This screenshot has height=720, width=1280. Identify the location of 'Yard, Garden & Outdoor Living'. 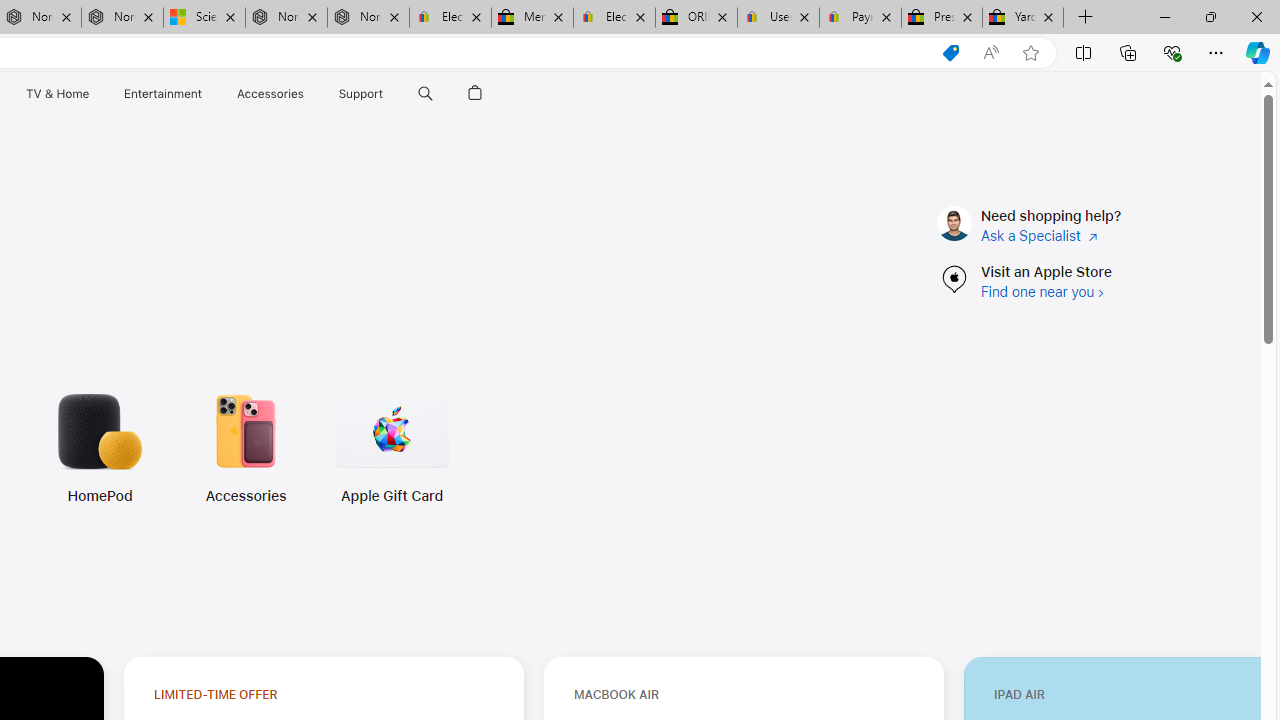
(1023, 17).